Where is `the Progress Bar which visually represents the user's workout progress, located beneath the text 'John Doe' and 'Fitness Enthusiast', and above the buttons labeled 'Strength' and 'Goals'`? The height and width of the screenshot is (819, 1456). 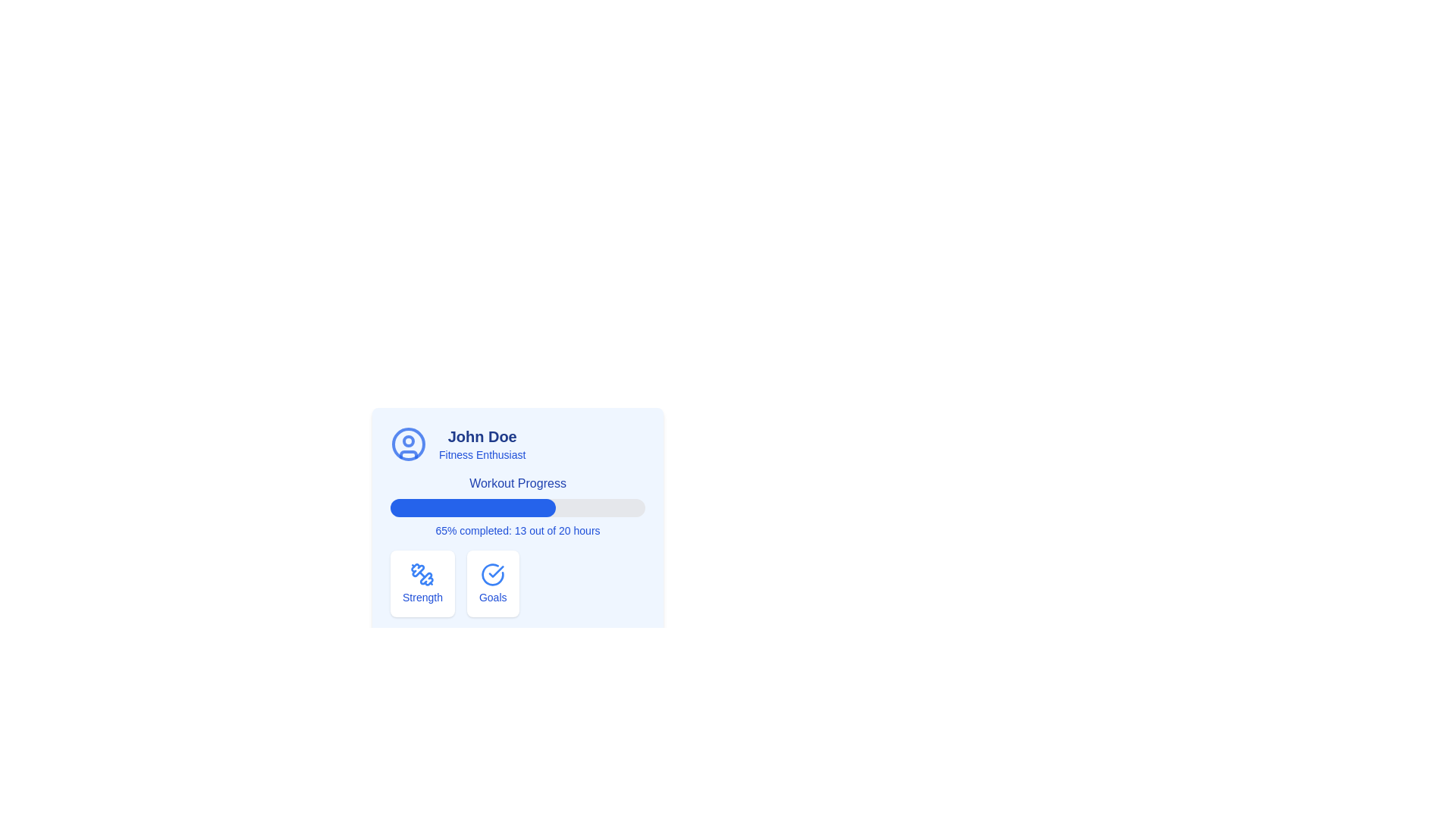
the Progress Bar which visually represents the user's workout progress, located beneath the text 'John Doe' and 'Fitness Enthusiast', and above the buttons labeled 'Strength' and 'Goals' is located at coordinates (517, 506).